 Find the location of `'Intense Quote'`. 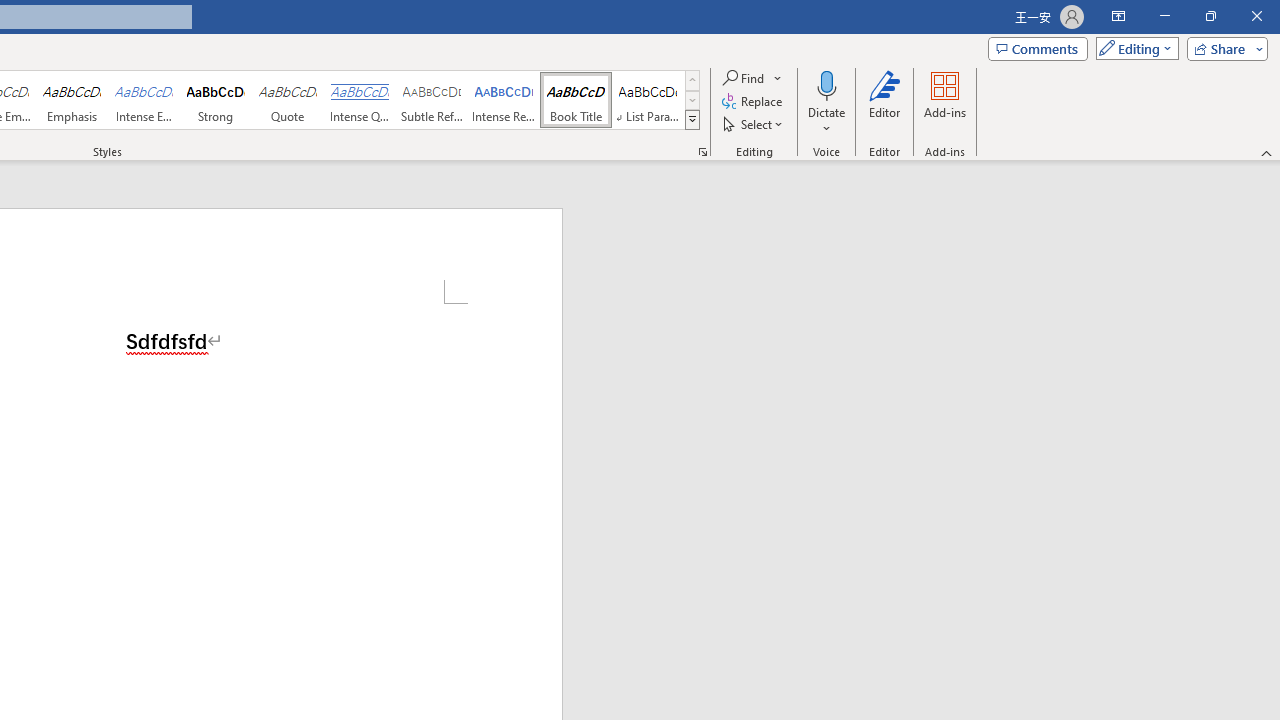

'Intense Quote' is located at coordinates (359, 100).